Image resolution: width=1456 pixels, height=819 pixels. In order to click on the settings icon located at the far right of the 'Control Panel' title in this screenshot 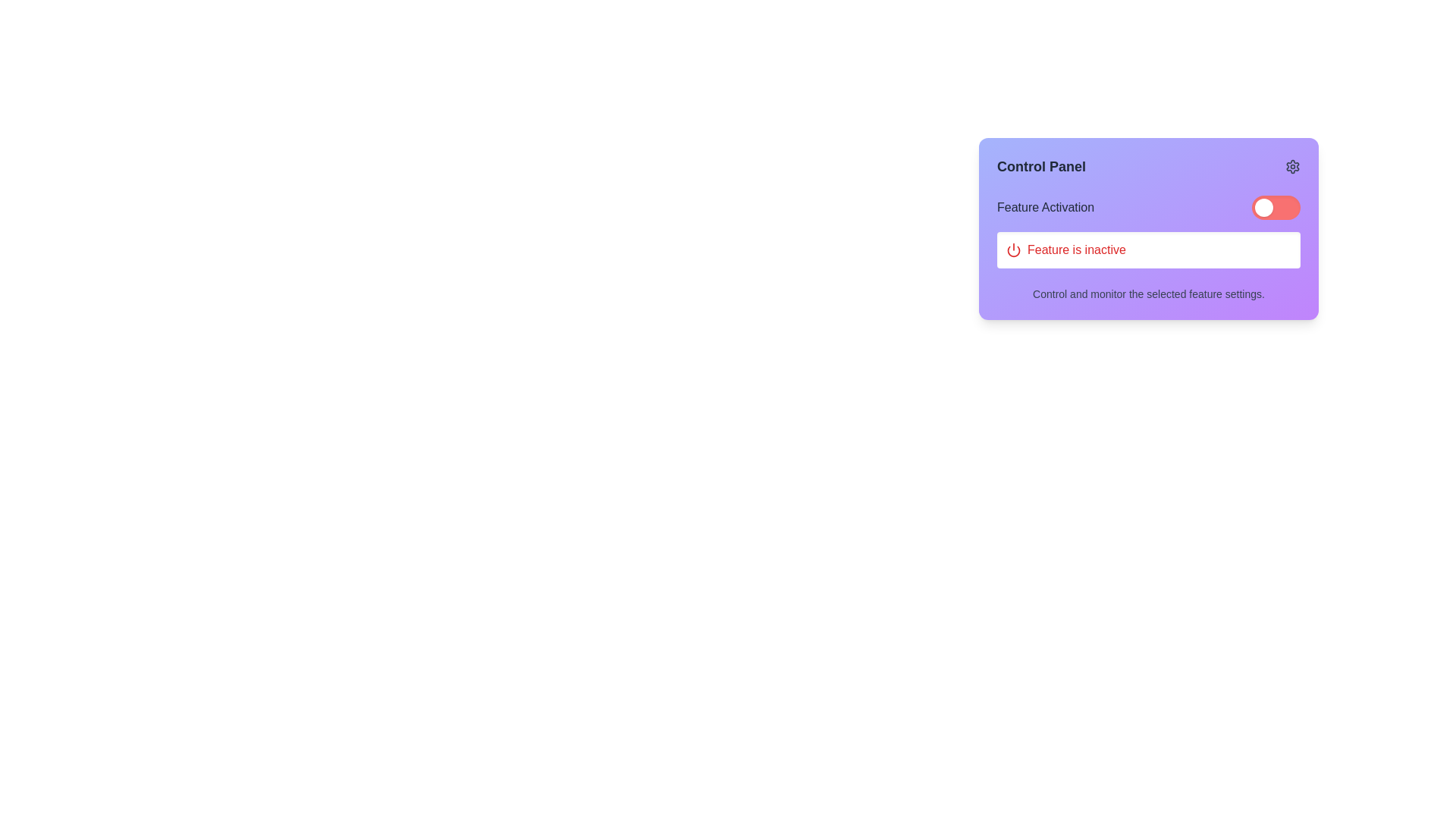, I will do `click(1291, 166)`.